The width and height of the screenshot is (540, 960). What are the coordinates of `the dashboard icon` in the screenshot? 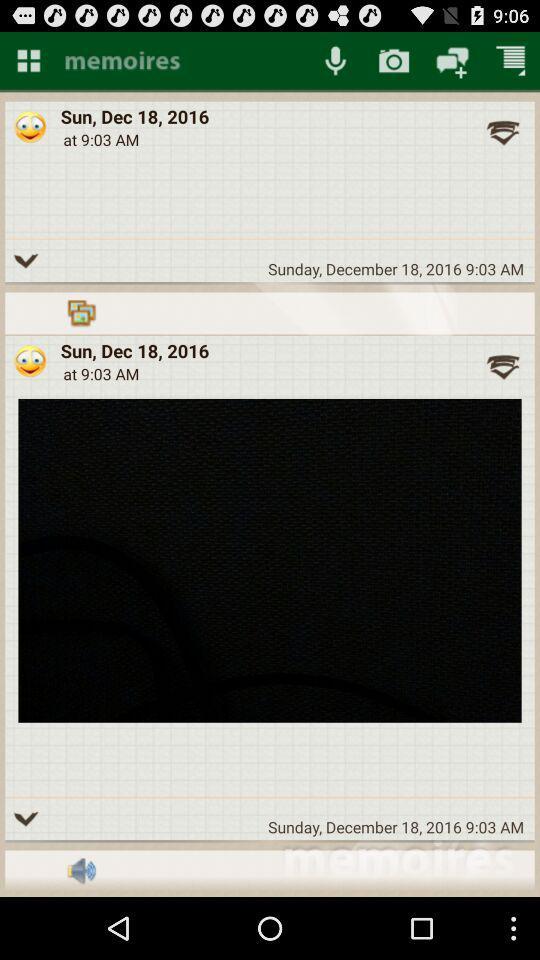 It's located at (27, 64).